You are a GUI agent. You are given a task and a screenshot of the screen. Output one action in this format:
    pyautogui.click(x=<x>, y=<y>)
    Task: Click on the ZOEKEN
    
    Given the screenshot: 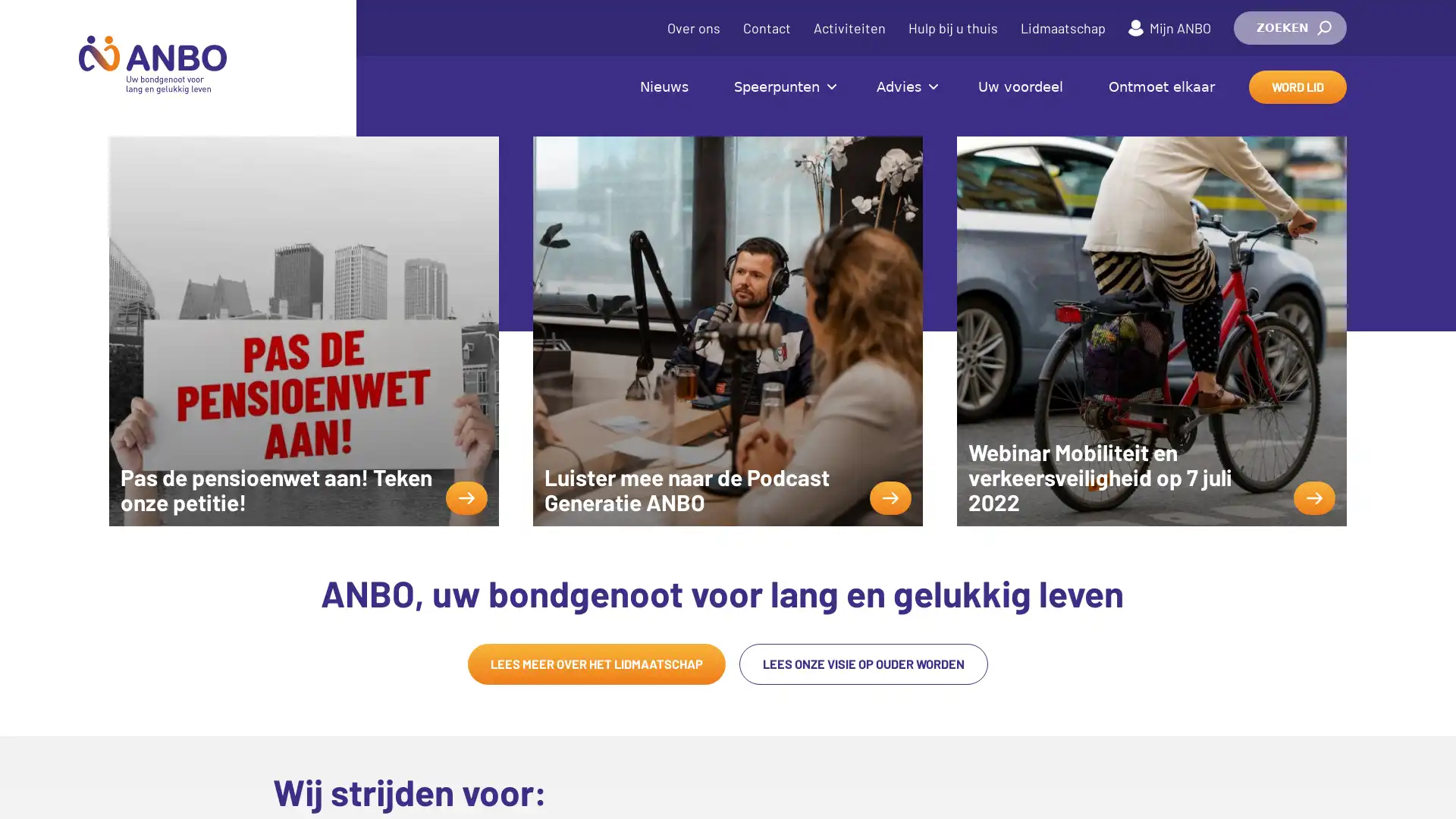 What is the action you would take?
    pyautogui.click(x=1289, y=28)
    